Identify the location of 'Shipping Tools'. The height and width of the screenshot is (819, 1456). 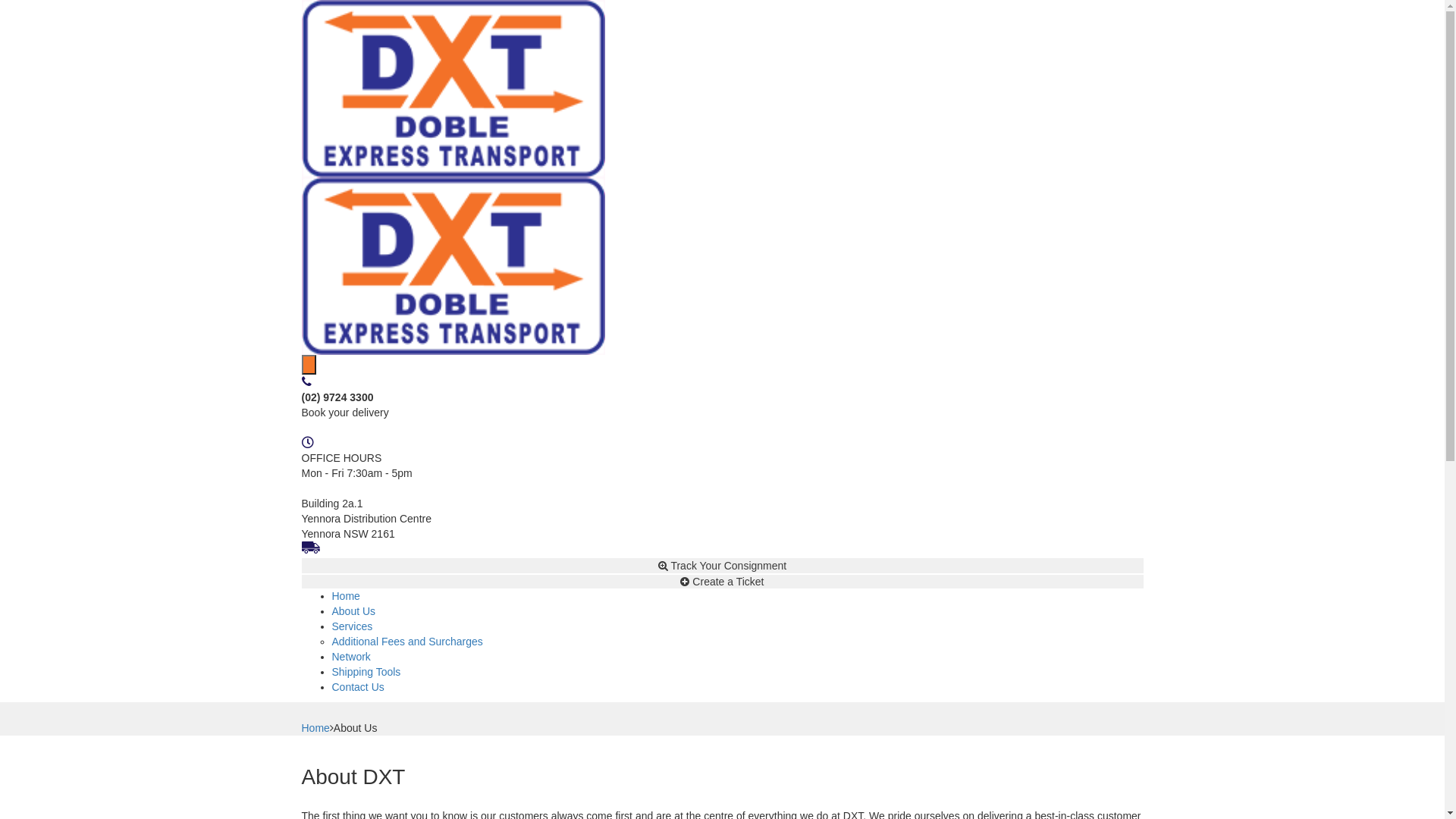
(331, 671).